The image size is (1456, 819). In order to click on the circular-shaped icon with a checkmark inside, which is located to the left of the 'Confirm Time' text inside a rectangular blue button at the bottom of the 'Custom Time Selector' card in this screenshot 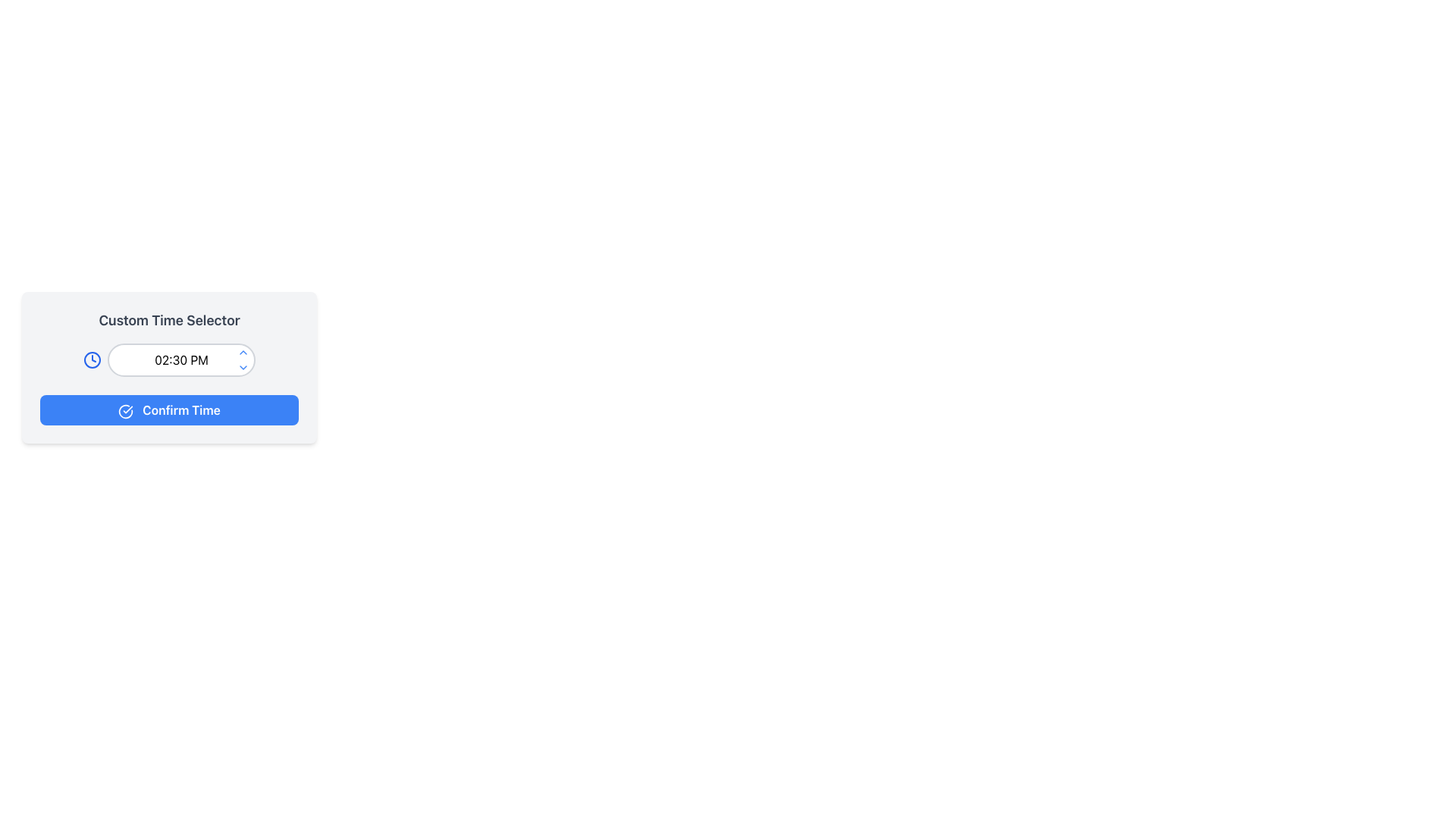, I will do `click(126, 411)`.